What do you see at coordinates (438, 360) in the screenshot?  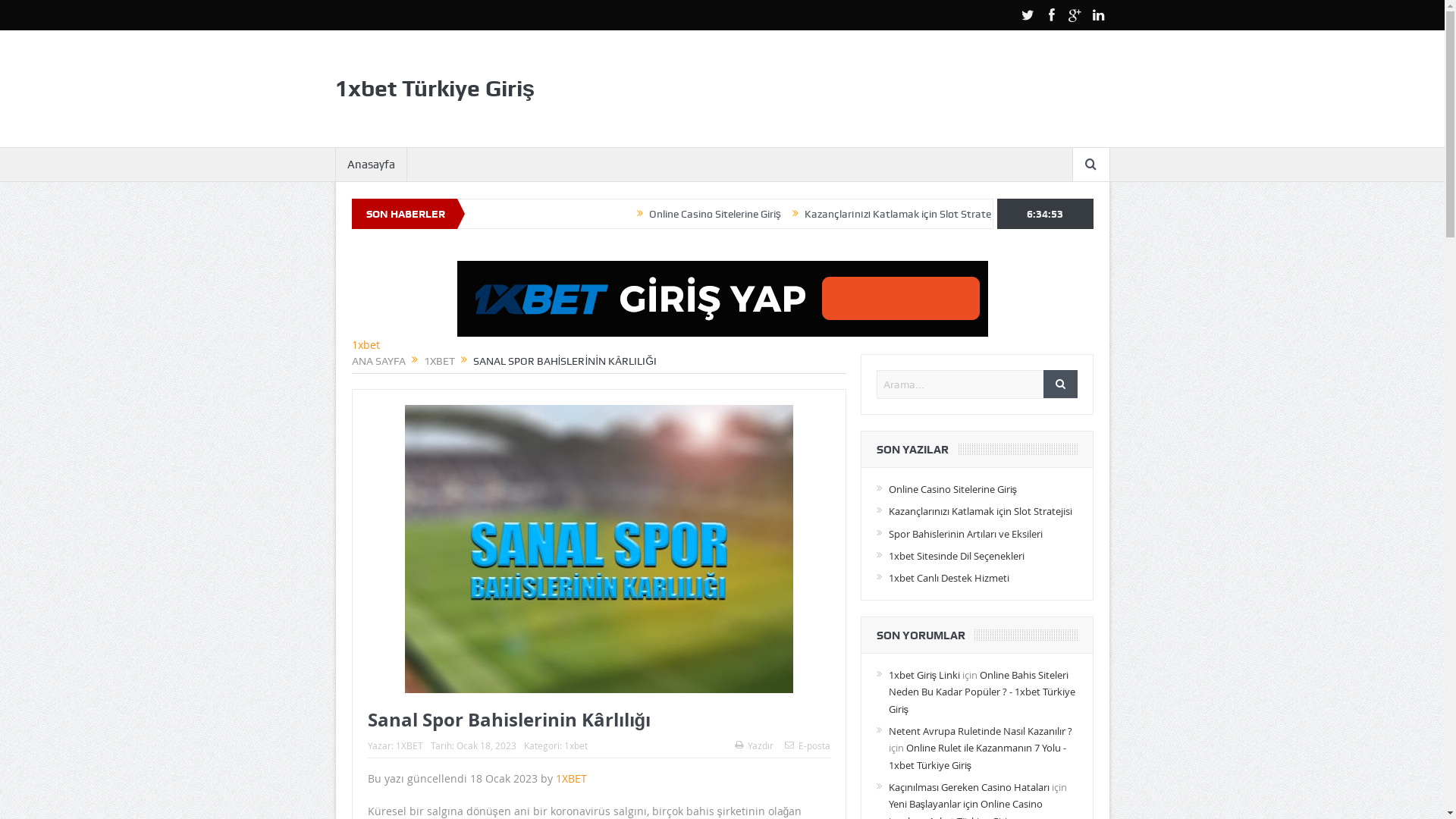 I see `'1XBET'` at bounding box center [438, 360].